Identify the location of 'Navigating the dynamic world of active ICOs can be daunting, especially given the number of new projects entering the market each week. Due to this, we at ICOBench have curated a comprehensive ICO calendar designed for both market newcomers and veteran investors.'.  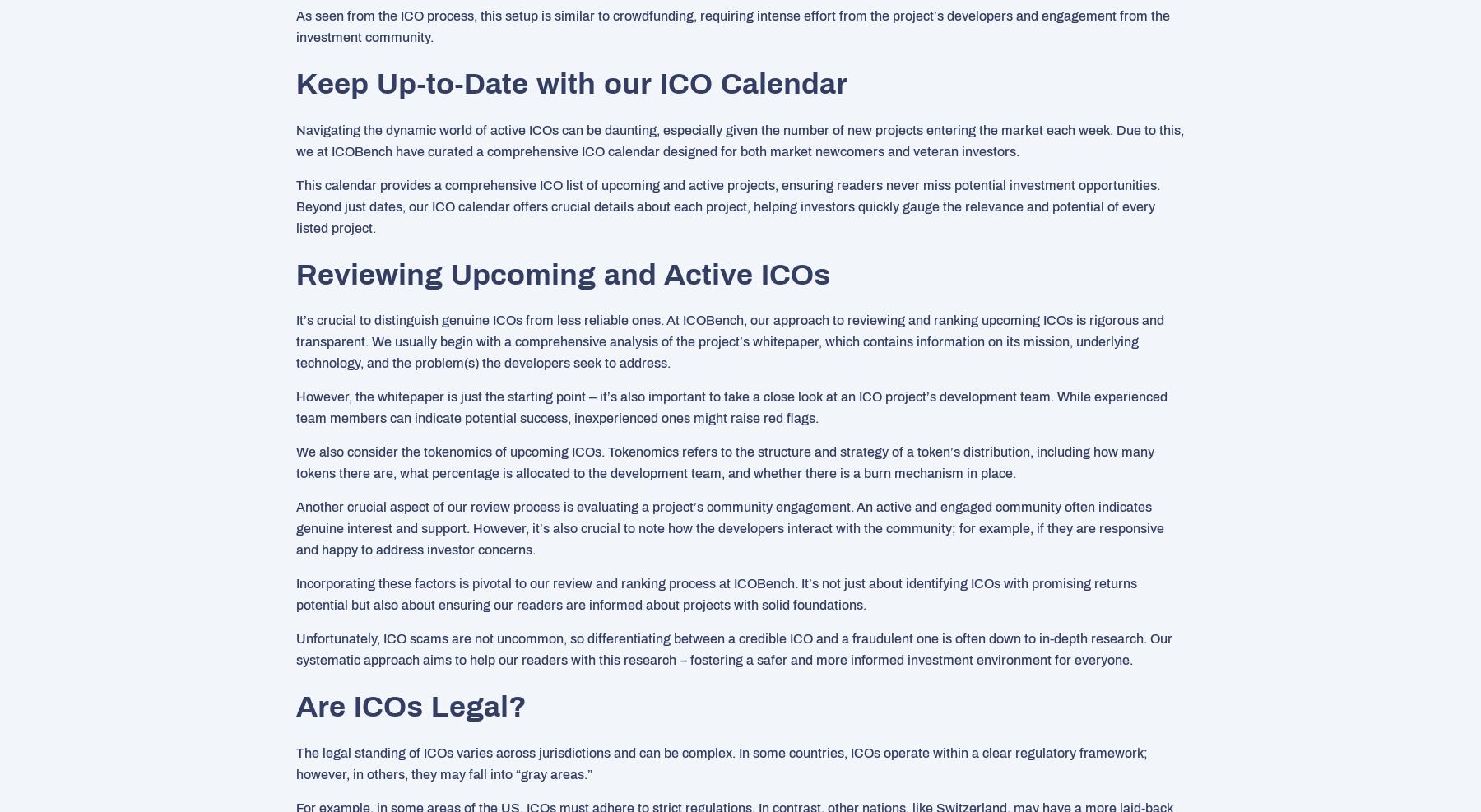
(740, 139).